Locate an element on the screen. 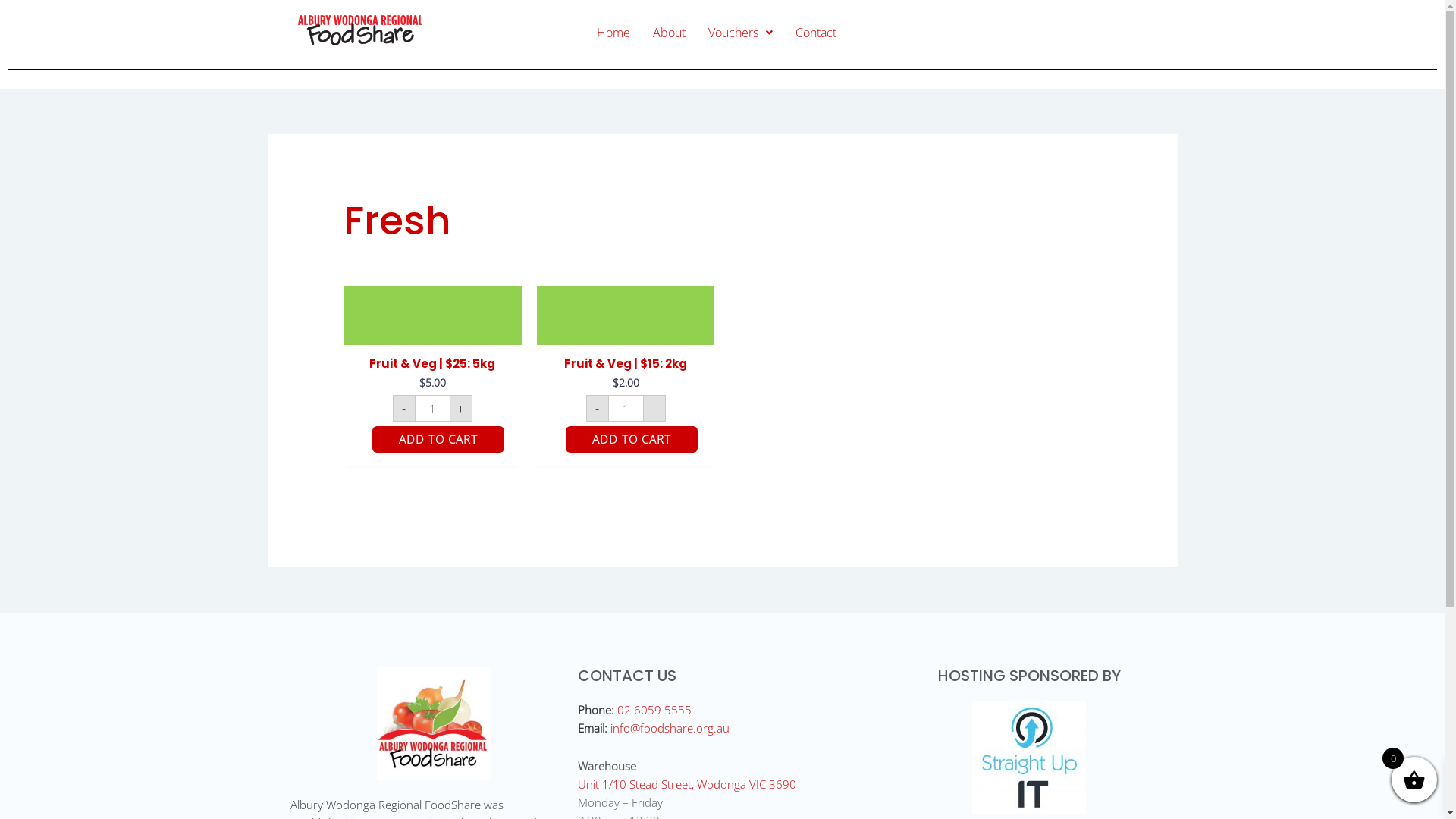 The image size is (1456, 819). 'Vouchers' is located at coordinates (740, 32).